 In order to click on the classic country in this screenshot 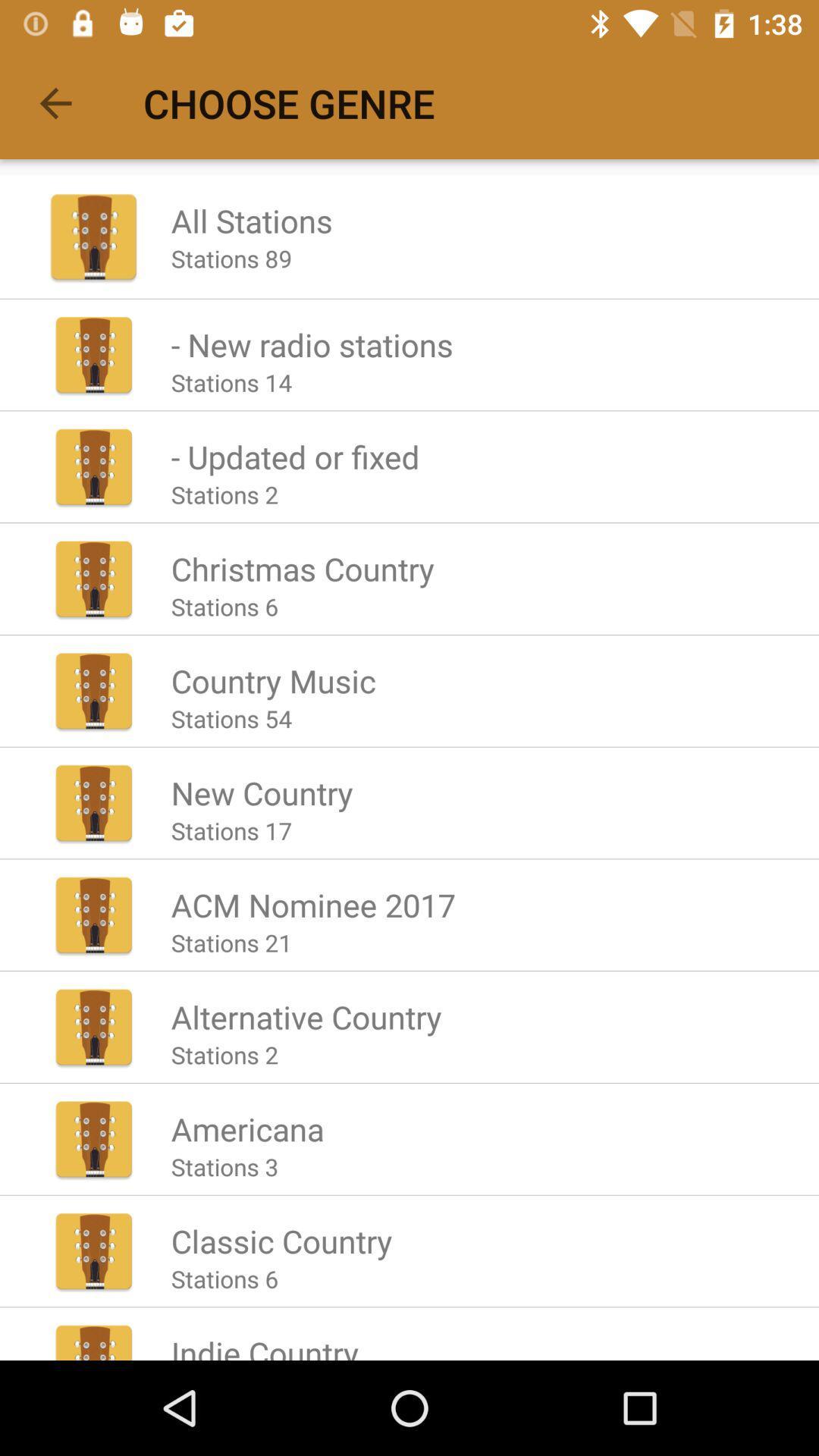, I will do `click(281, 1241)`.